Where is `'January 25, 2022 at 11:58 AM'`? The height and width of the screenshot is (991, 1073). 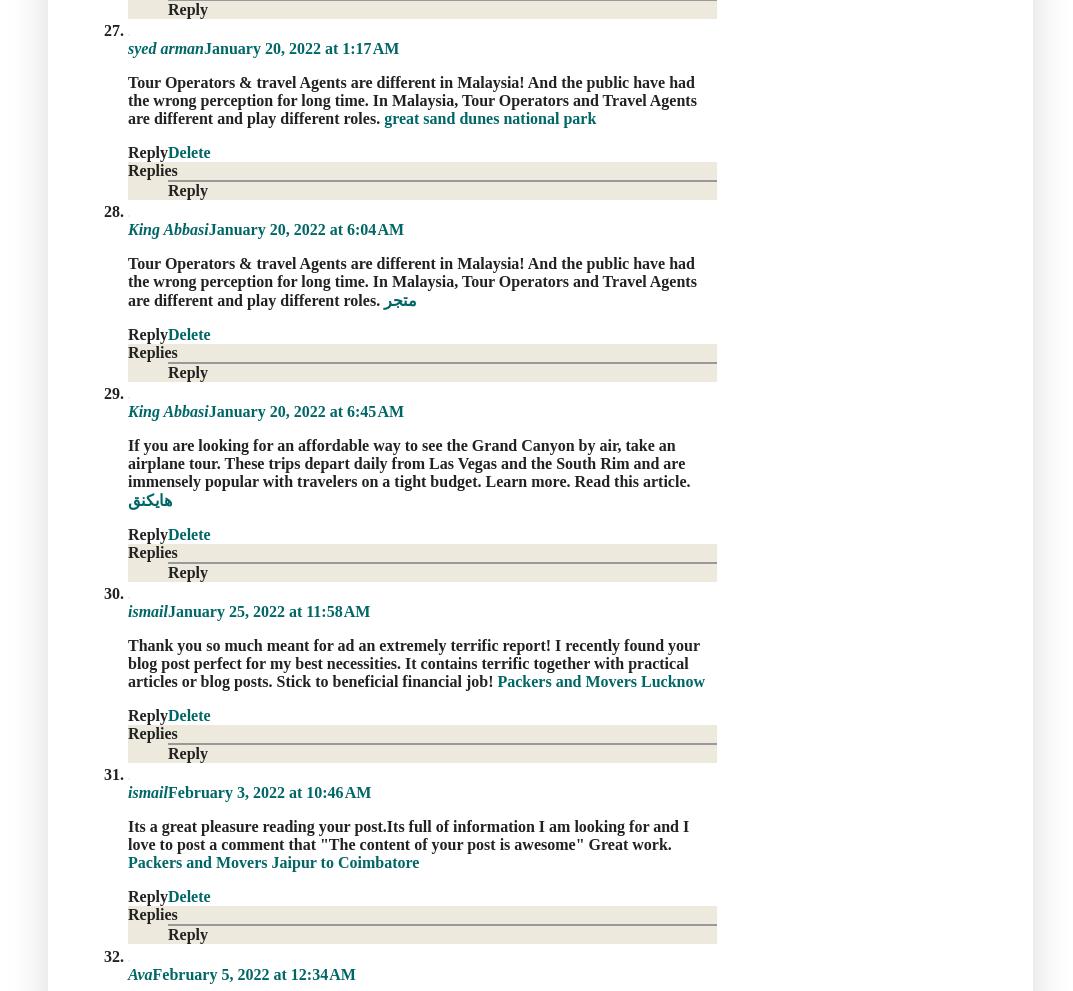 'January 25, 2022 at 11:58 AM' is located at coordinates (268, 611).